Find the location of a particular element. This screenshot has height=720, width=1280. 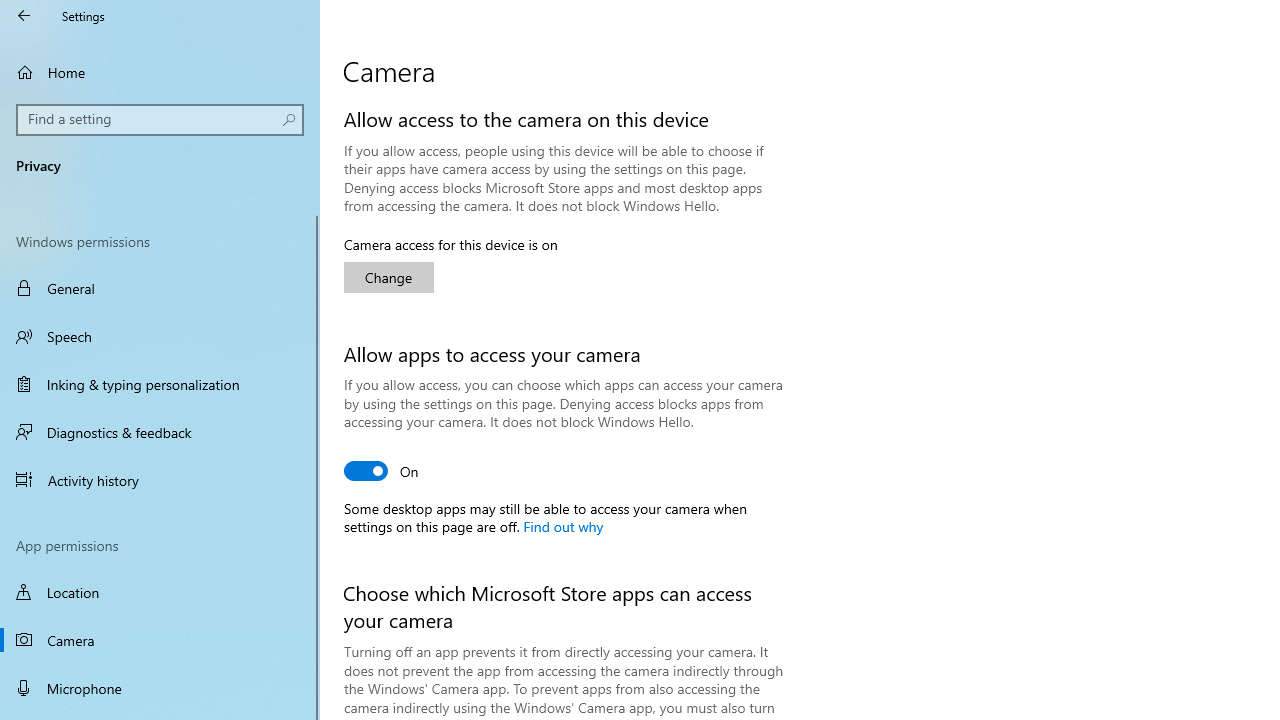

'Diagnostics & feedback' is located at coordinates (160, 431).